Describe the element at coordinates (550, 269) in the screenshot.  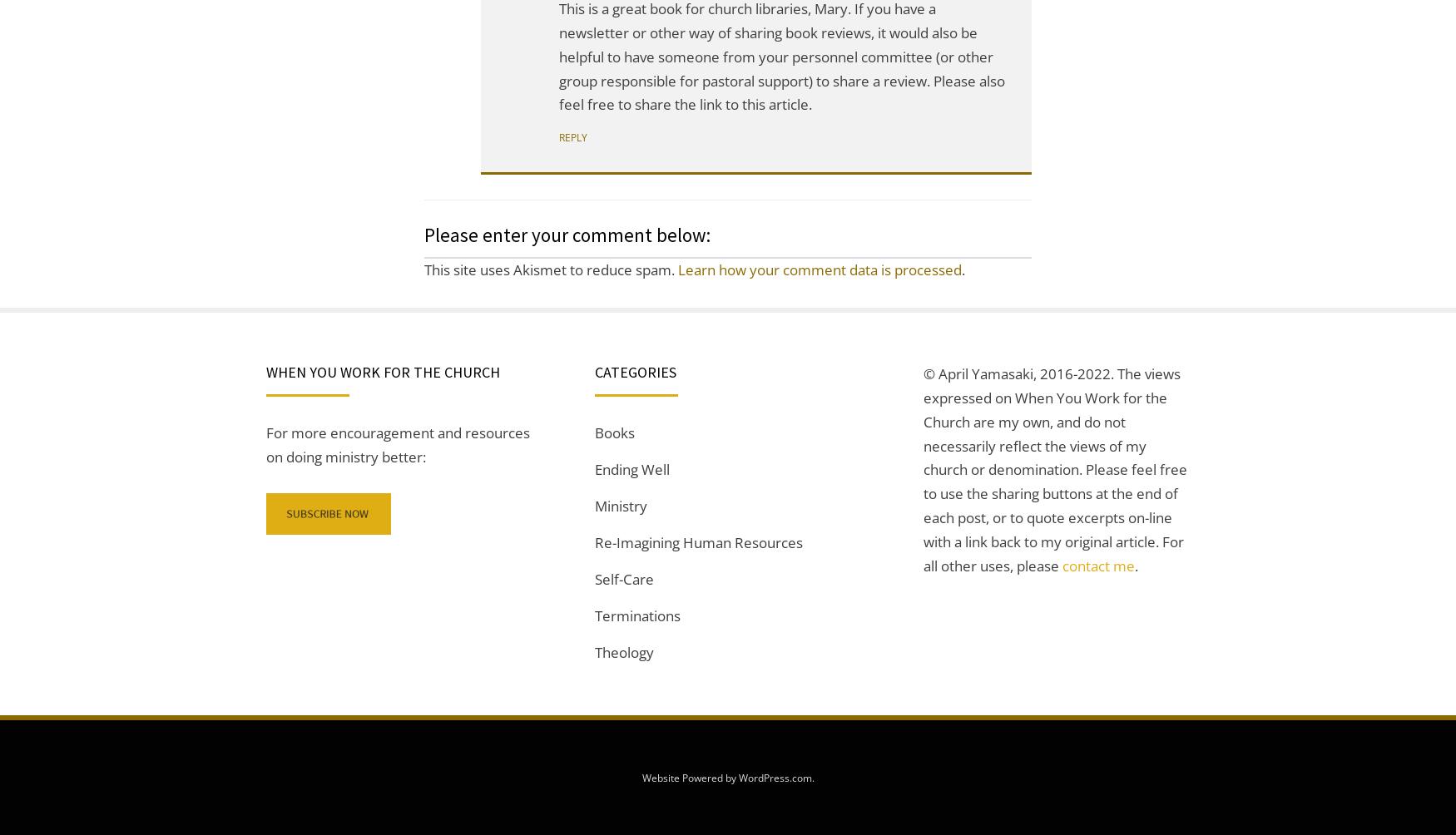
I see `'This site uses Akismet to reduce spam.'` at that location.